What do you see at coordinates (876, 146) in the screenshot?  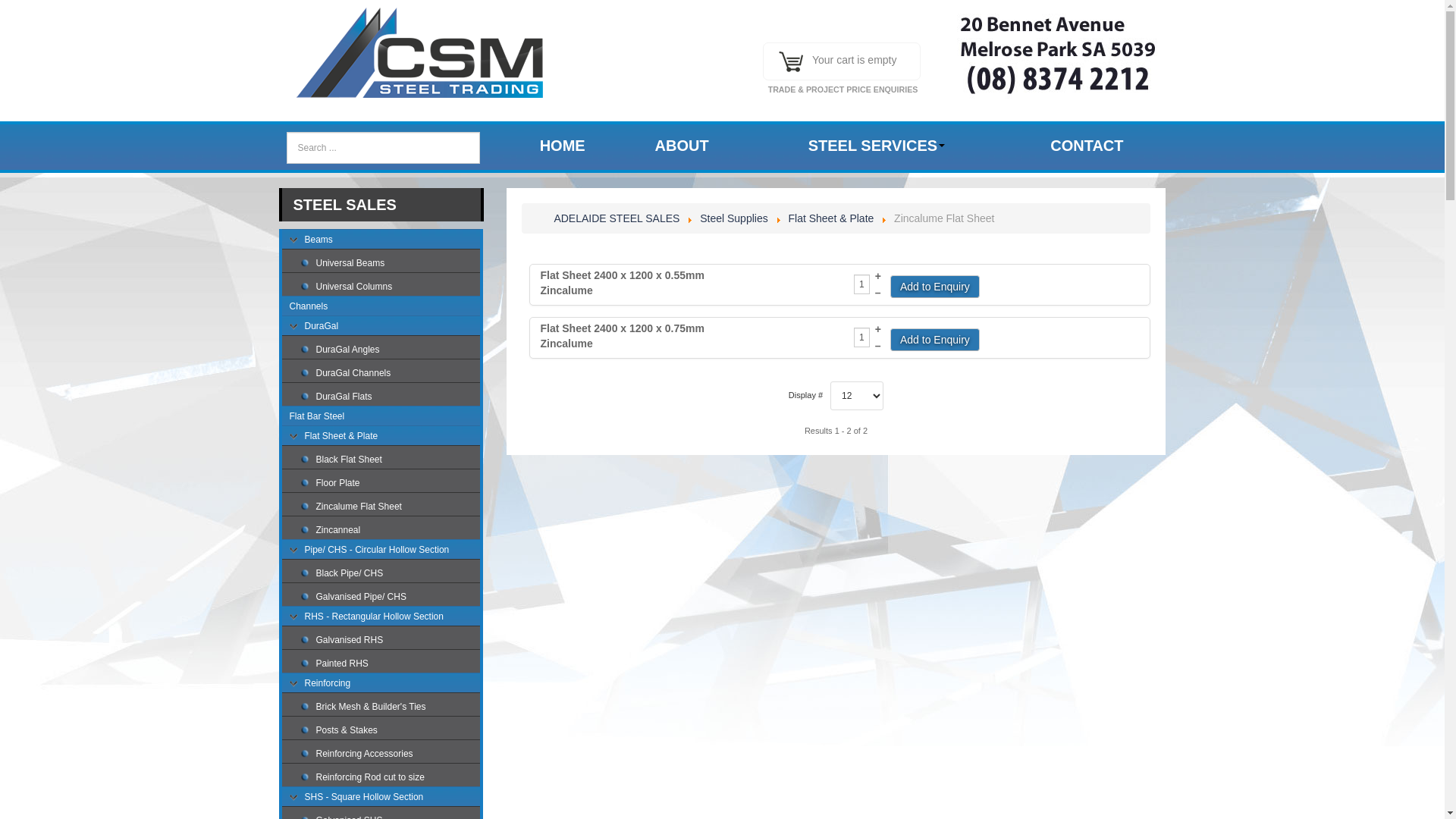 I see `'STEEL SERVICES'` at bounding box center [876, 146].